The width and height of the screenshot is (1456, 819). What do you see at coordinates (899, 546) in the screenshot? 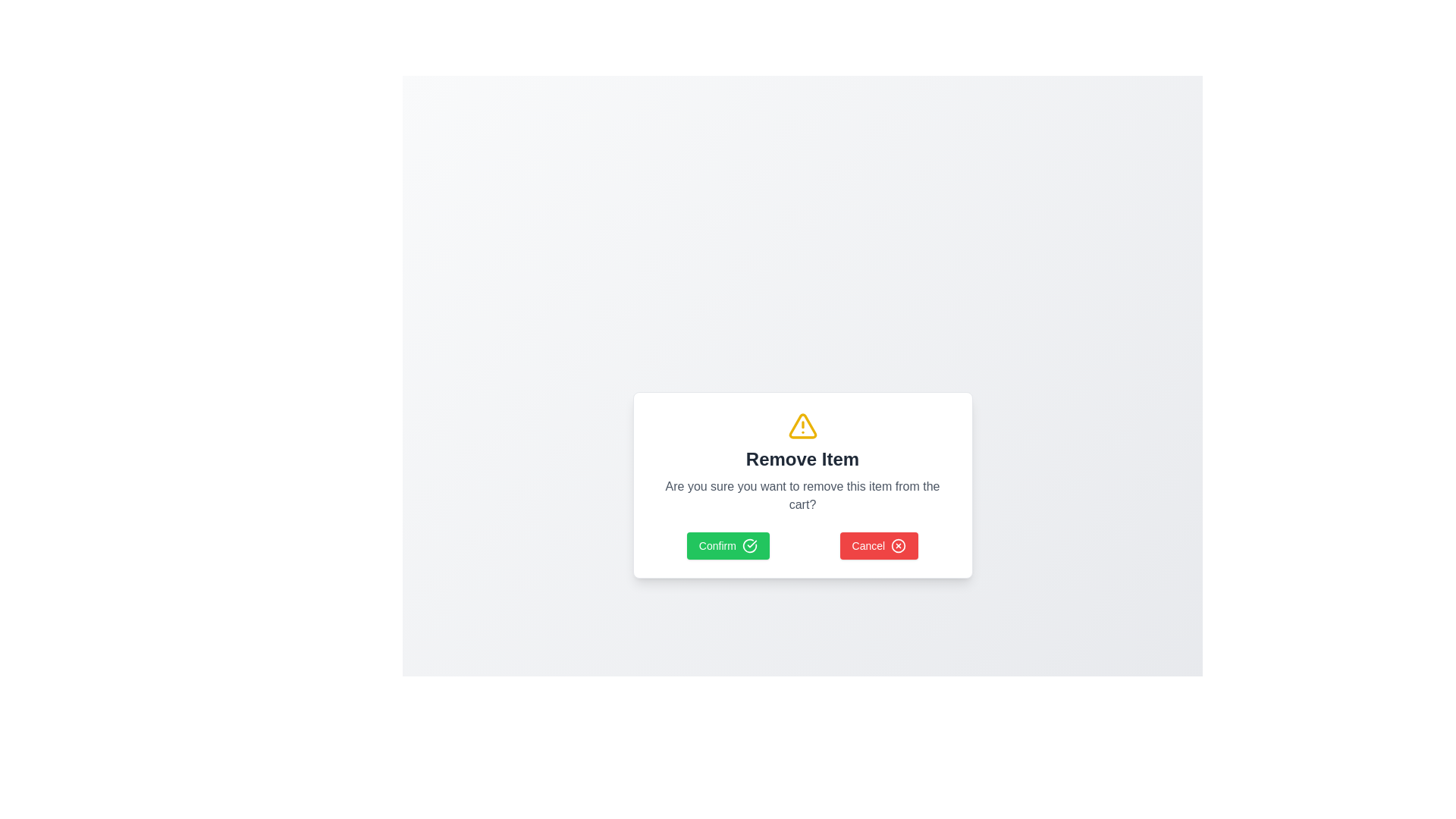
I see `the cancel icon located to the right of the 'Cancel' button text within a red-colored rounded button at the bottom-right of the modal prompting for item removal` at bounding box center [899, 546].